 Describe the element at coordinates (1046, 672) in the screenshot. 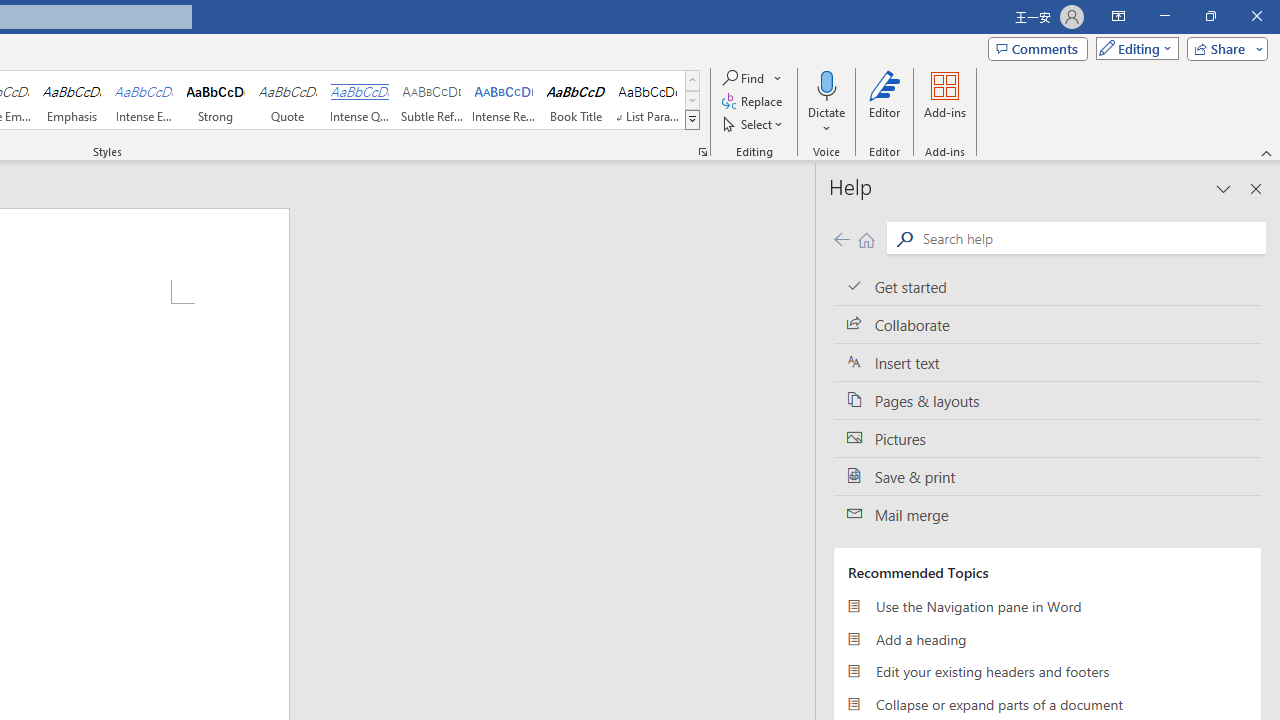

I see `'Edit your existing headers and footers'` at that location.